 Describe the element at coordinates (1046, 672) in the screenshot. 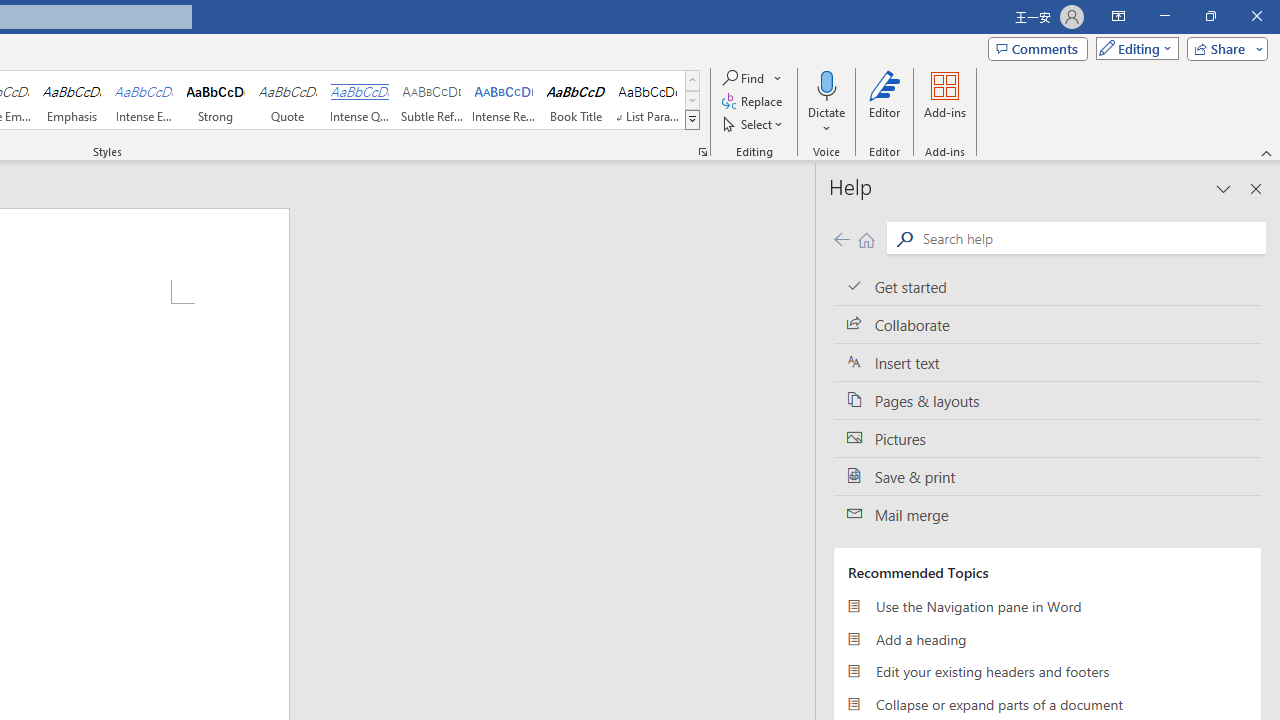

I see `'Edit your existing headers and footers'` at that location.